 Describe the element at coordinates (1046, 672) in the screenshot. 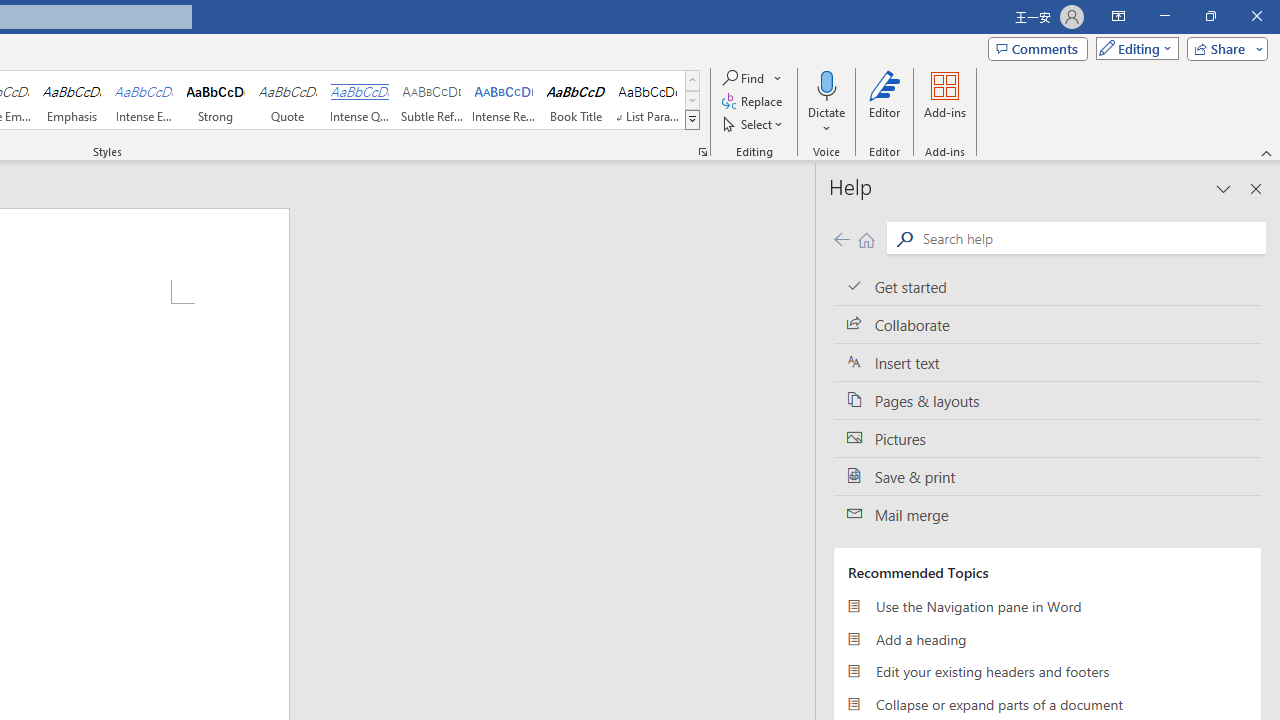

I see `'Edit your existing headers and footers'` at that location.